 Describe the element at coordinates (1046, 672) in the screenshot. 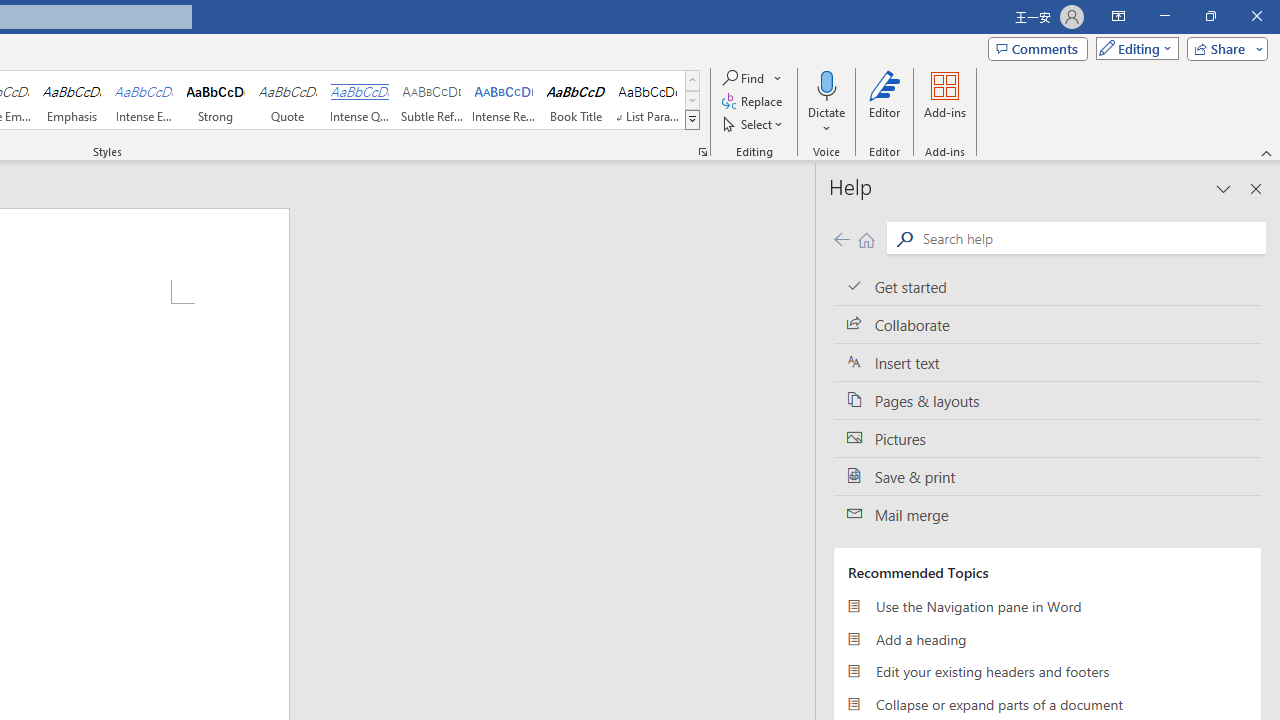

I see `'Edit your existing headers and footers'` at that location.